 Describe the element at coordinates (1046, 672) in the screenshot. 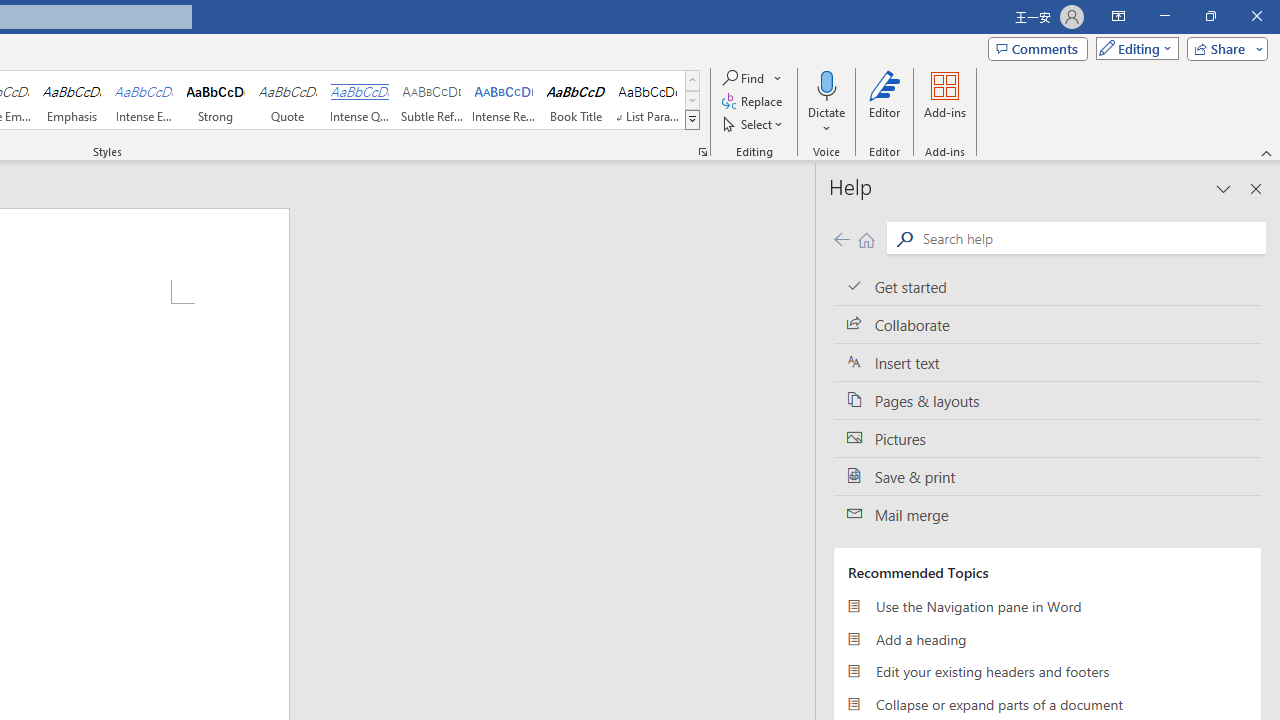

I see `'Edit your existing headers and footers'` at that location.